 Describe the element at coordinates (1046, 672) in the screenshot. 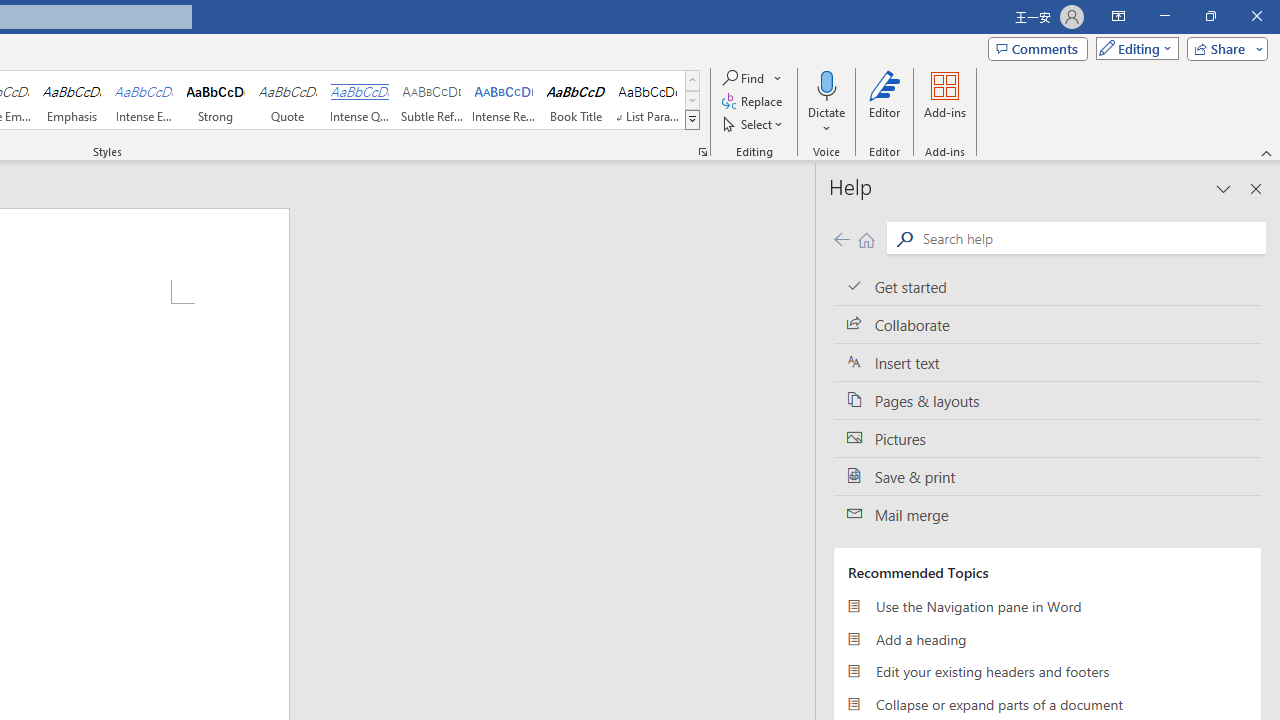

I see `'Edit your existing headers and footers'` at that location.